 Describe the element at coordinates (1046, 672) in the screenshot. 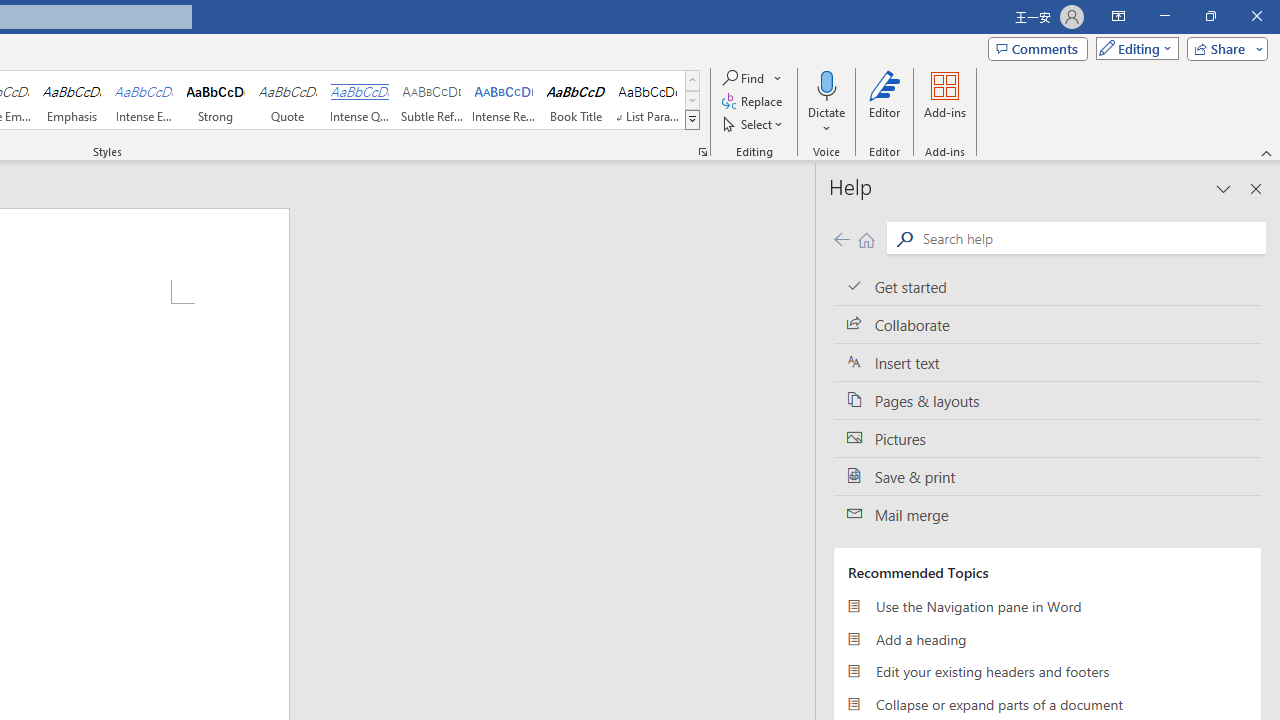

I see `'Edit your existing headers and footers'` at that location.